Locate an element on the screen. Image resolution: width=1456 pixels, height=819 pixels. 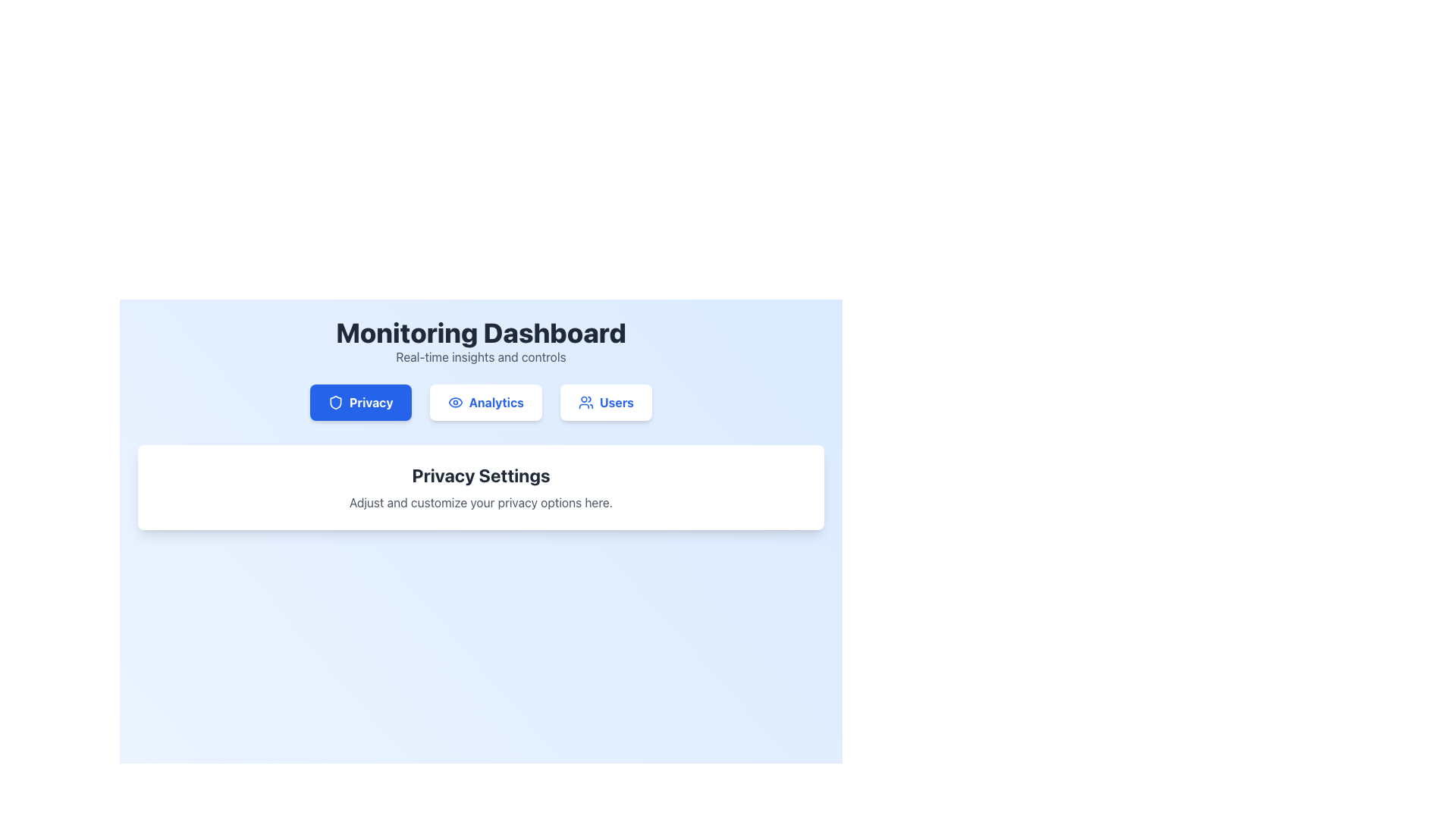
the 'Users' button that contains an SVG icon of a group of users, which is represented by two overlapping circles and additional paths suggesting shoulders and body is located at coordinates (585, 402).